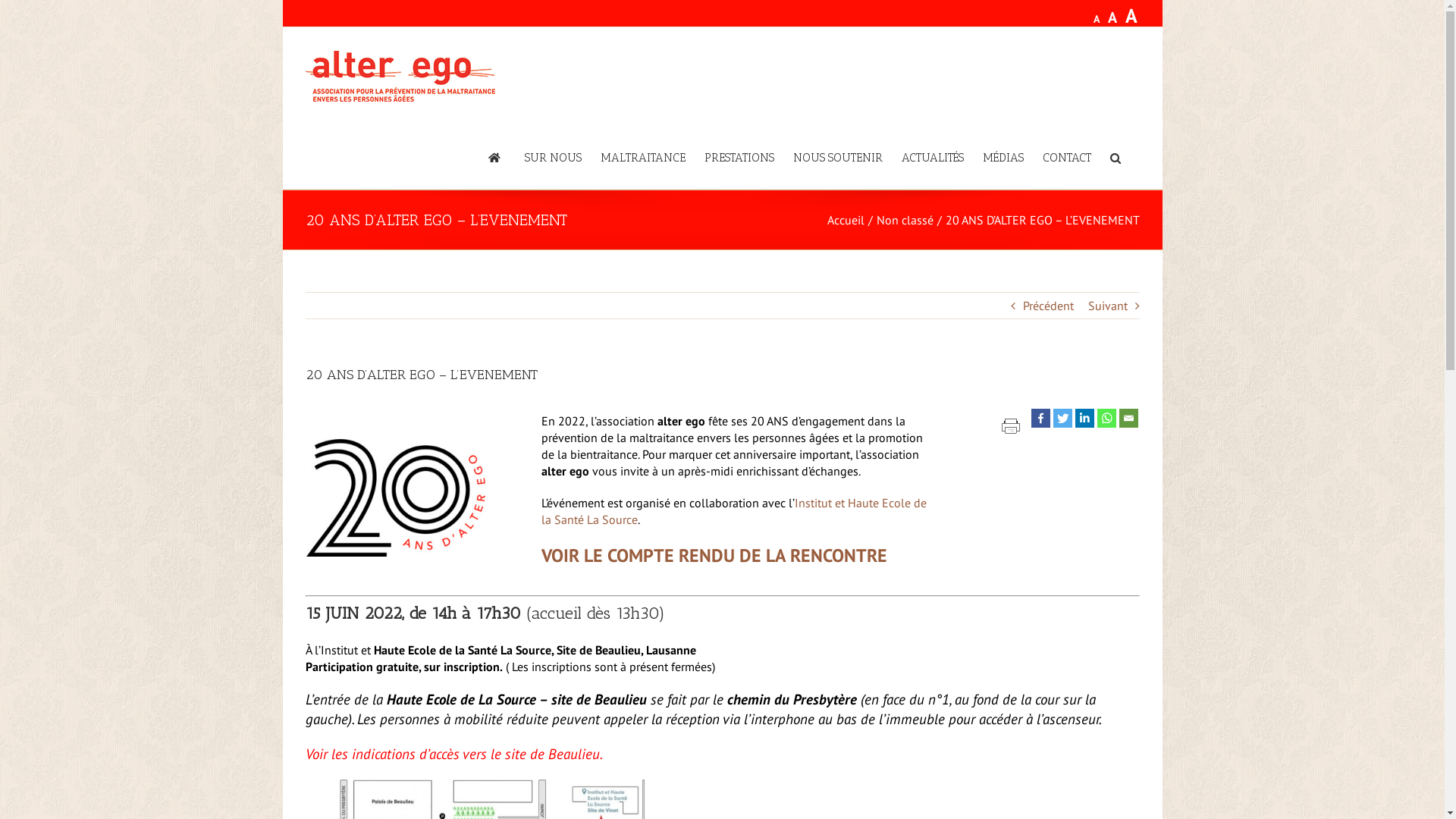  I want to click on 'Email', so click(1128, 418).